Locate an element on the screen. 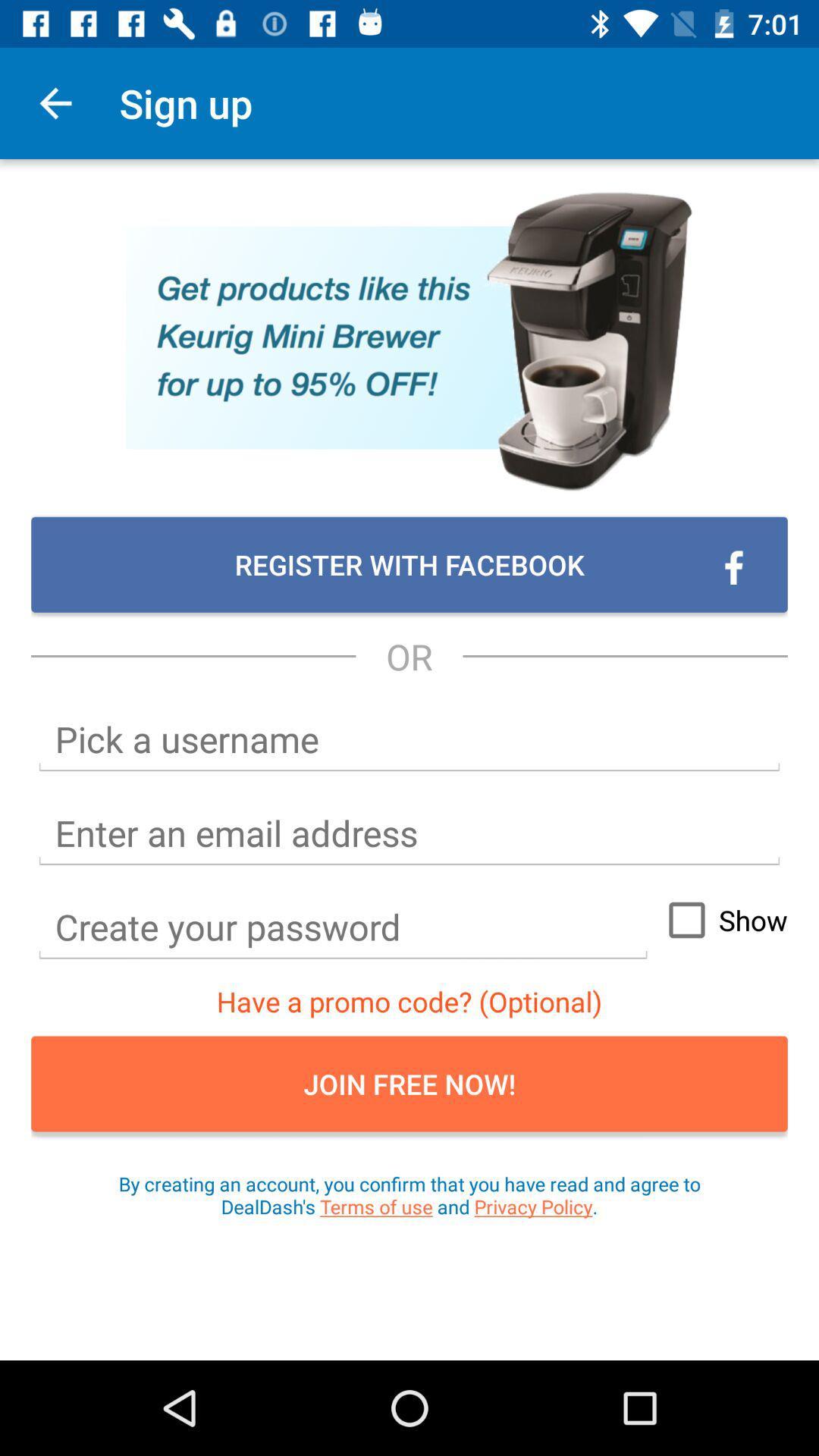  show is located at coordinates (720, 919).